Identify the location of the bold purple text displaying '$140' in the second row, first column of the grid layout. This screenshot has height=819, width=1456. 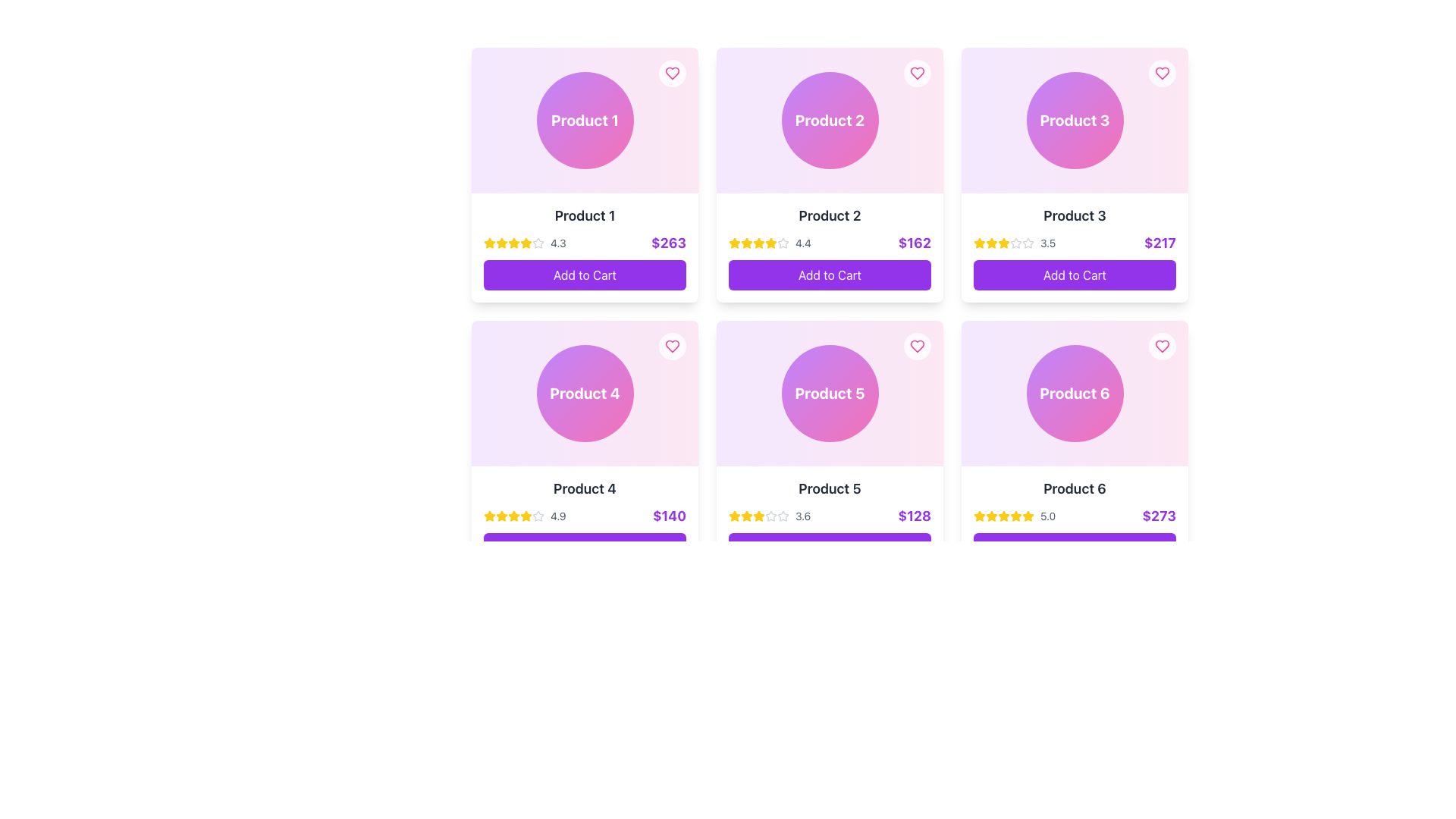
(669, 516).